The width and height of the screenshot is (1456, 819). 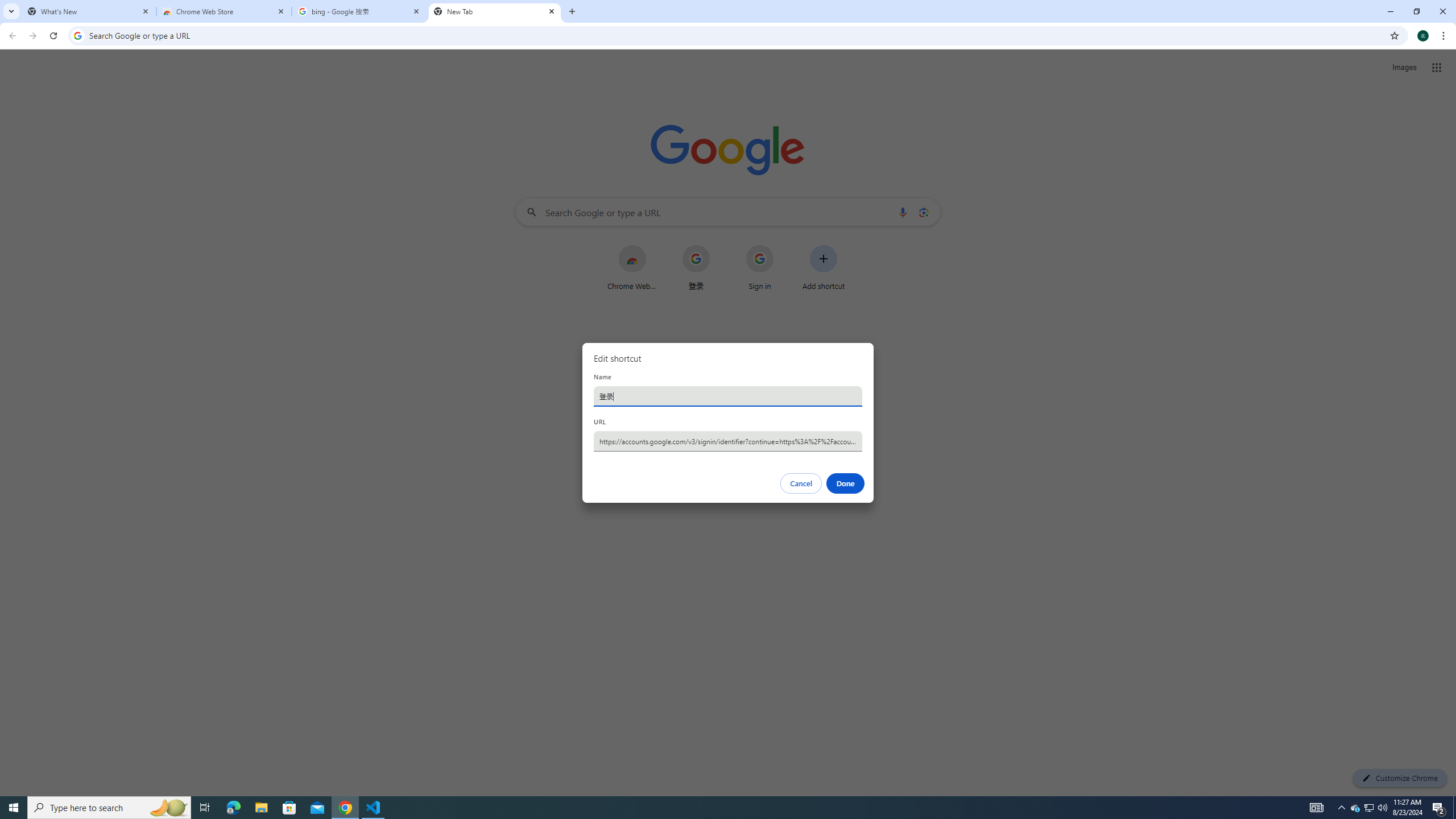 What do you see at coordinates (728, 440) in the screenshot?
I see `'URL'` at bounding box center [728, 440].